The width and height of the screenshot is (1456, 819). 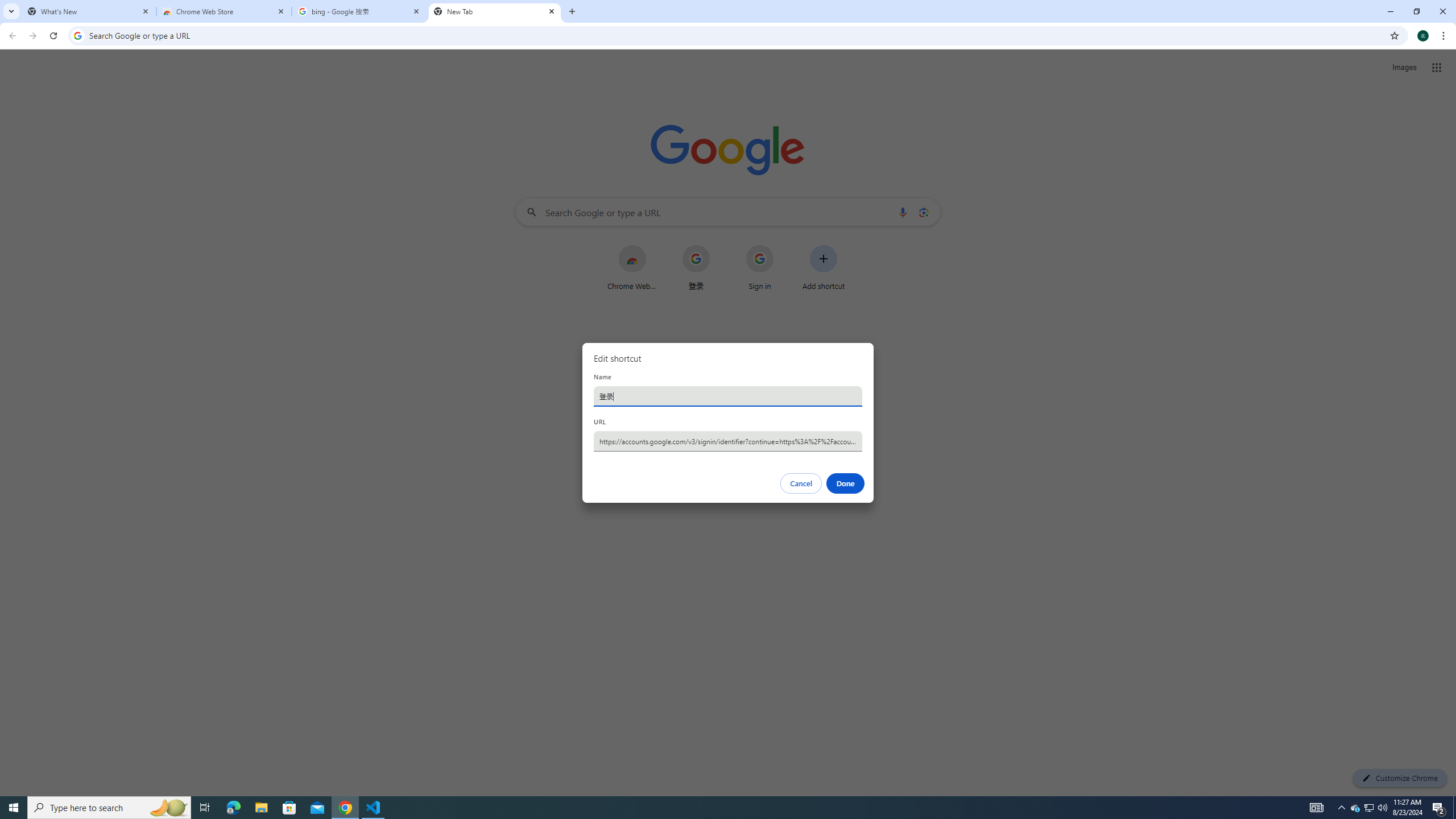 What do you see at coordinates (728, 440) in the screenshot?
I see `'URL'` at bounding box center [728, 440].